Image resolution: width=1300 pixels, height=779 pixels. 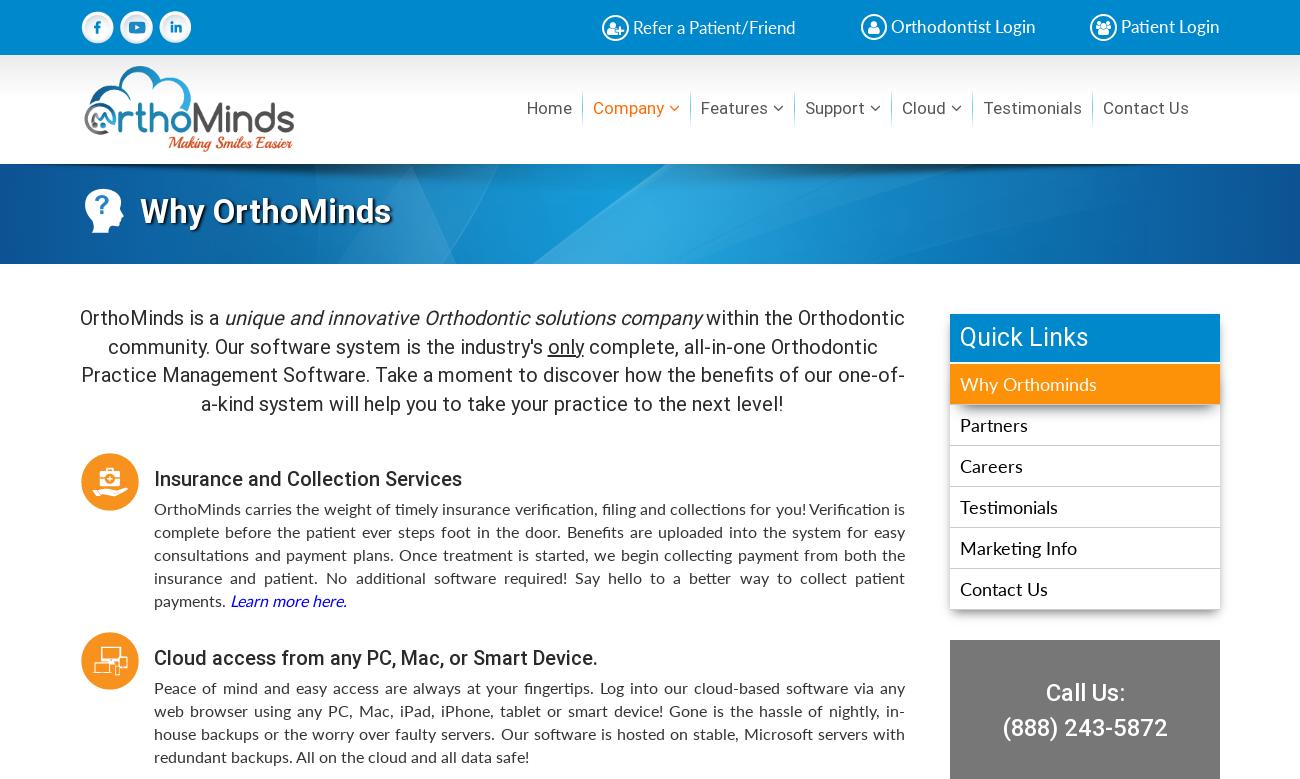 I want to click on 'Orthodontist Login', so click(x=963, y=26).